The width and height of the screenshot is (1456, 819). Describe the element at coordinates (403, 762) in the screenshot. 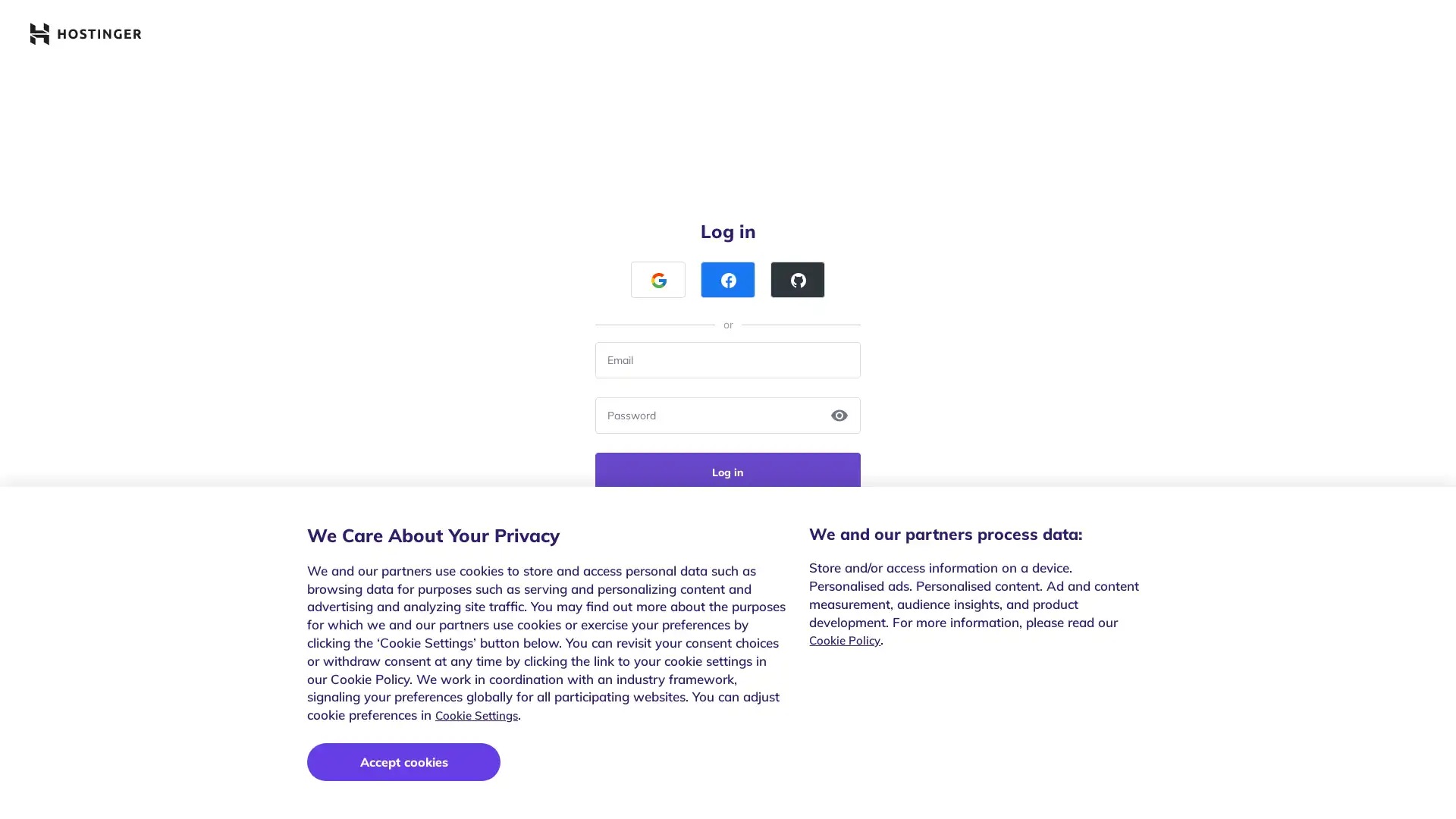

I see `Accept cookies` at that location.